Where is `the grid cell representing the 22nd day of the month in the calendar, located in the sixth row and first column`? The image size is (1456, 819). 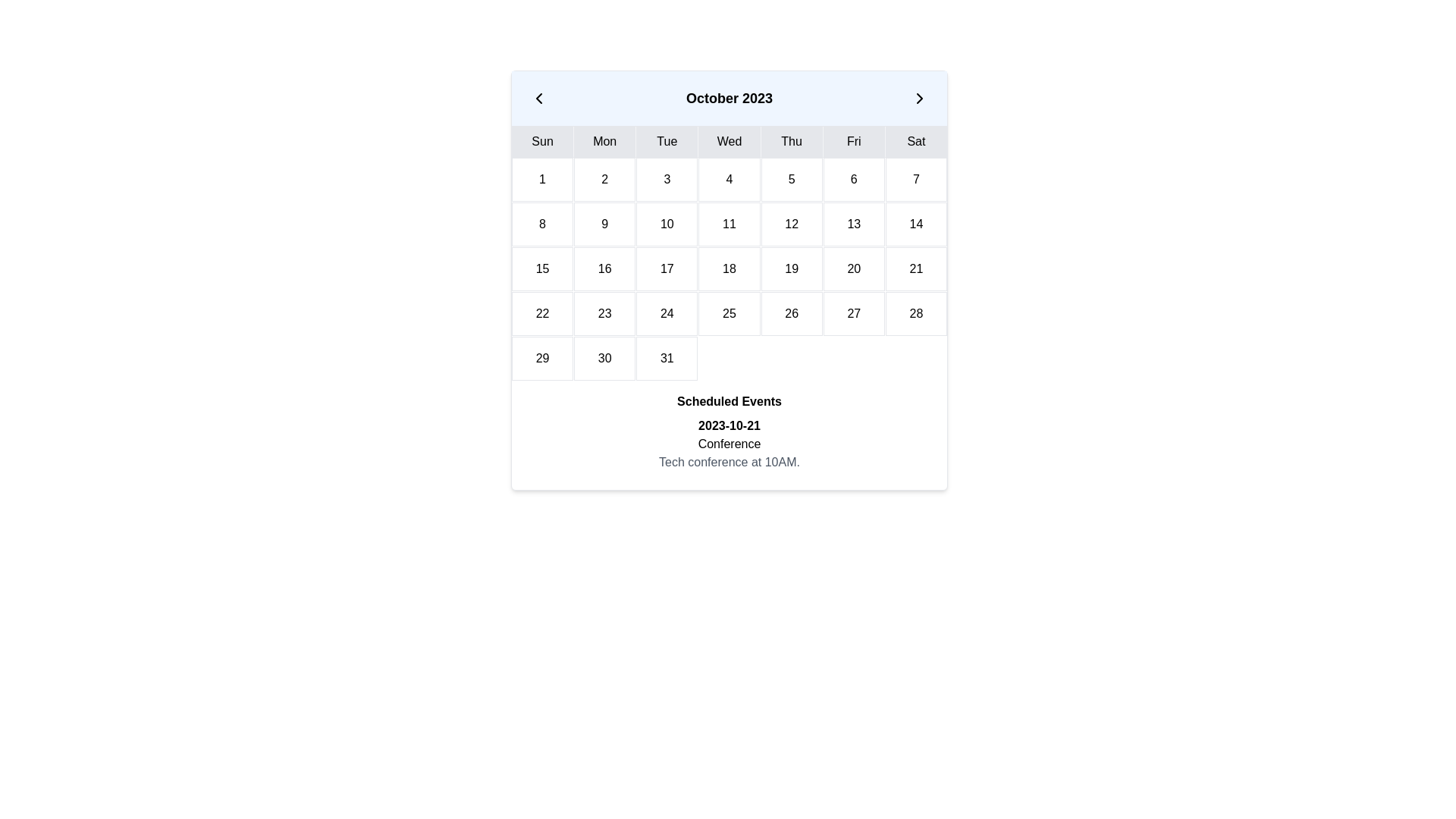
the grid cell representing the 22nd day of the month in the calendar, located in the sixth row and first column is located at coordinates (542, 312).